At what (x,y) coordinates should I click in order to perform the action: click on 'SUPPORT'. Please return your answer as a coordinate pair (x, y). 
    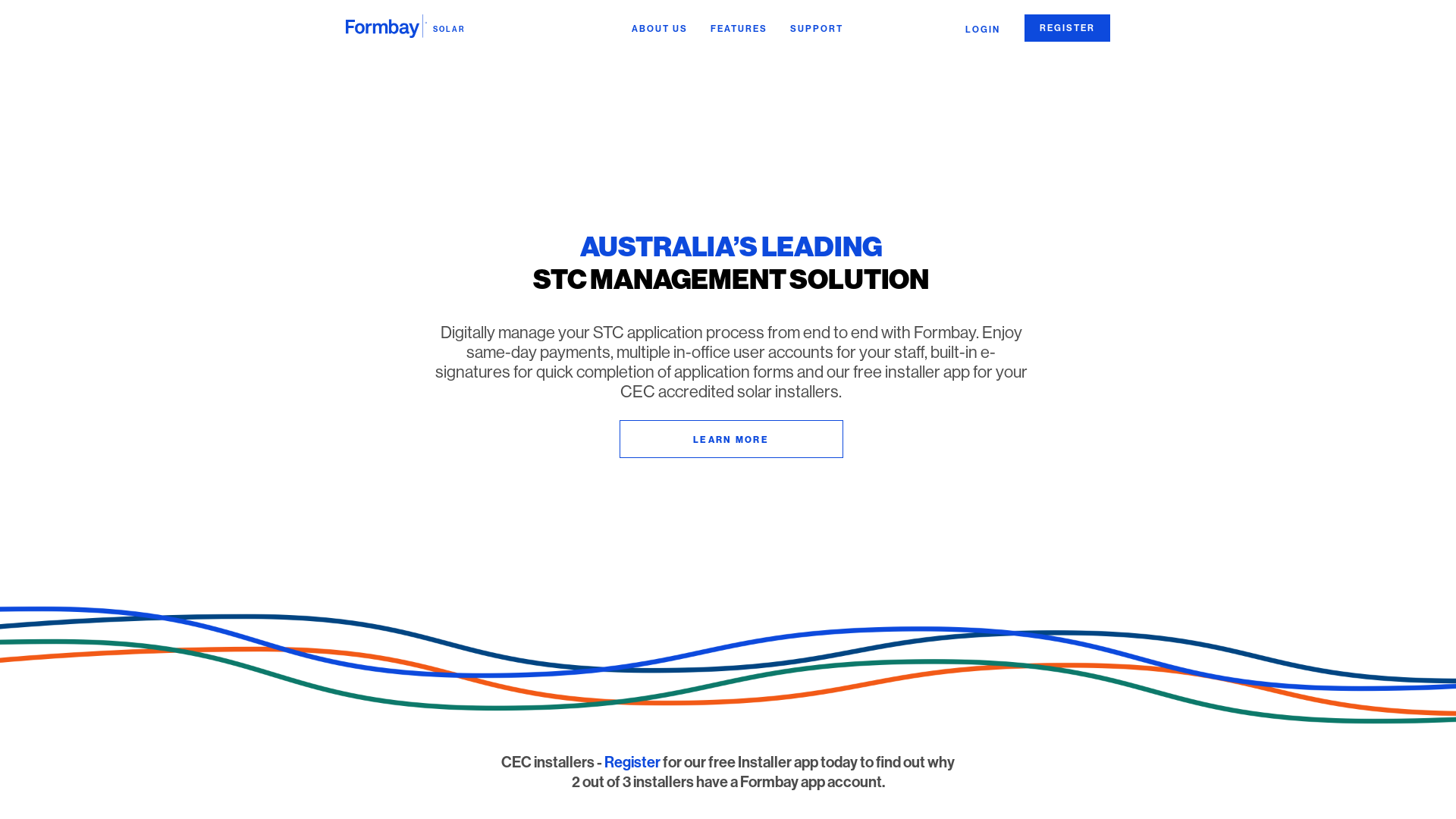
    Looking at the image, I should click on (814, 29).